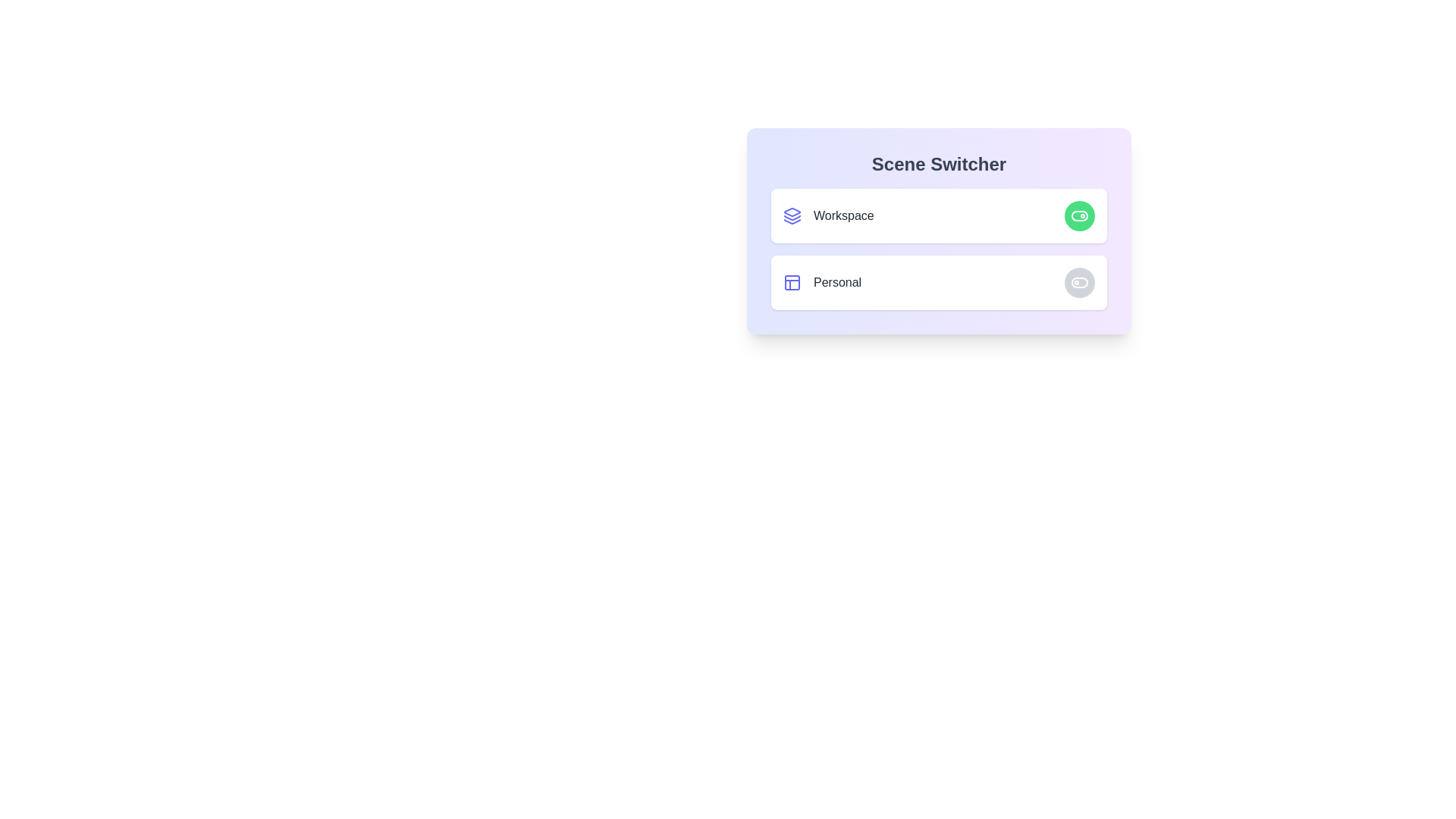 The image size is (1456, 819). What do you see at coordinates (1079, 216) in the screenshot?
I see `the state of the toggle switch base located on the top-right side of the 'Workspace' row, which is a green rectangular shape with rounded corners` at bounding box center [1079, 216].